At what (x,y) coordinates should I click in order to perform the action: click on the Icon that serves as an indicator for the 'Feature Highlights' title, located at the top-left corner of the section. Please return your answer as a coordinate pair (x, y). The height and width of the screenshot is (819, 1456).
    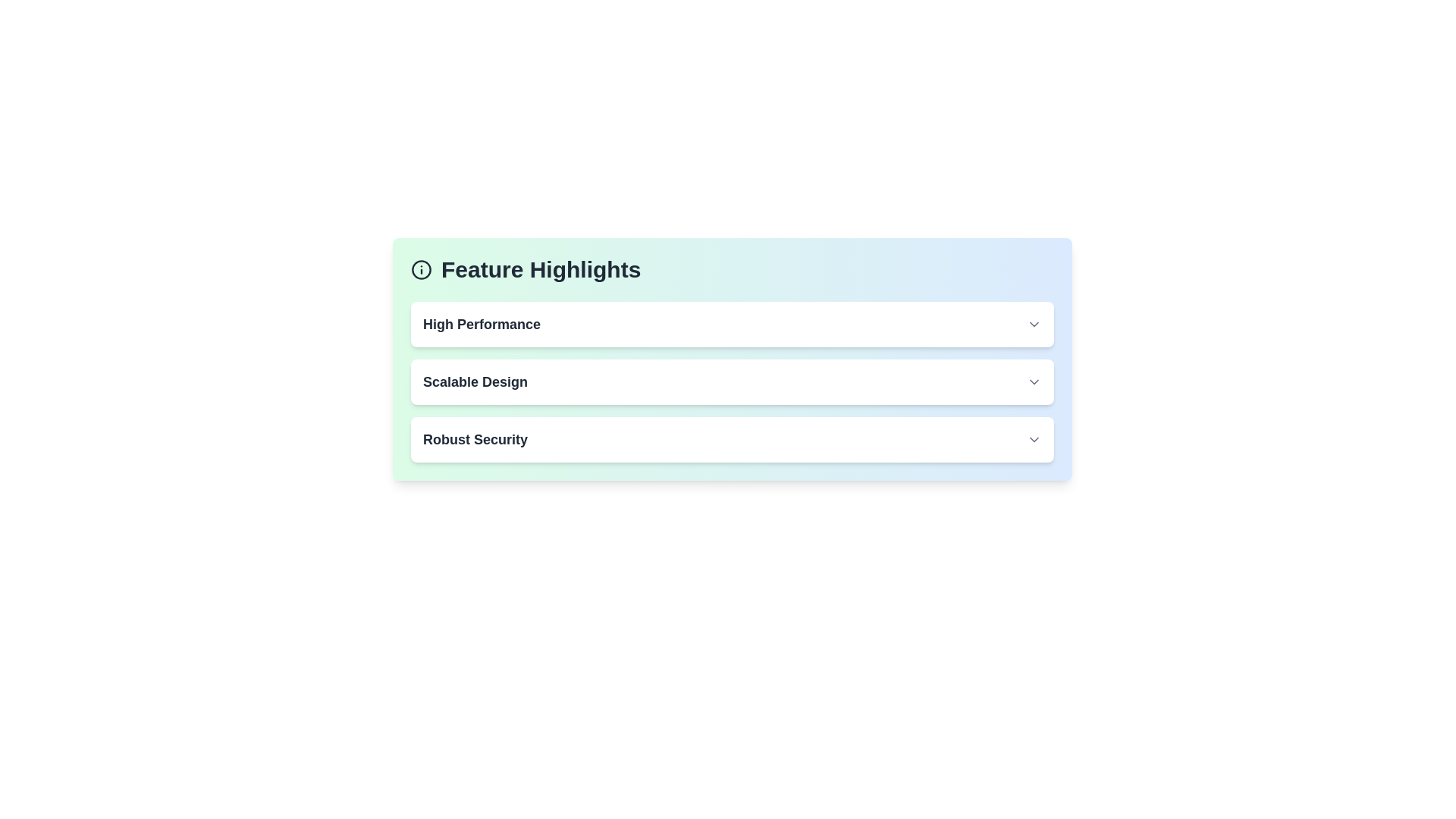
    Looking at the image, I should click on (422, 268).